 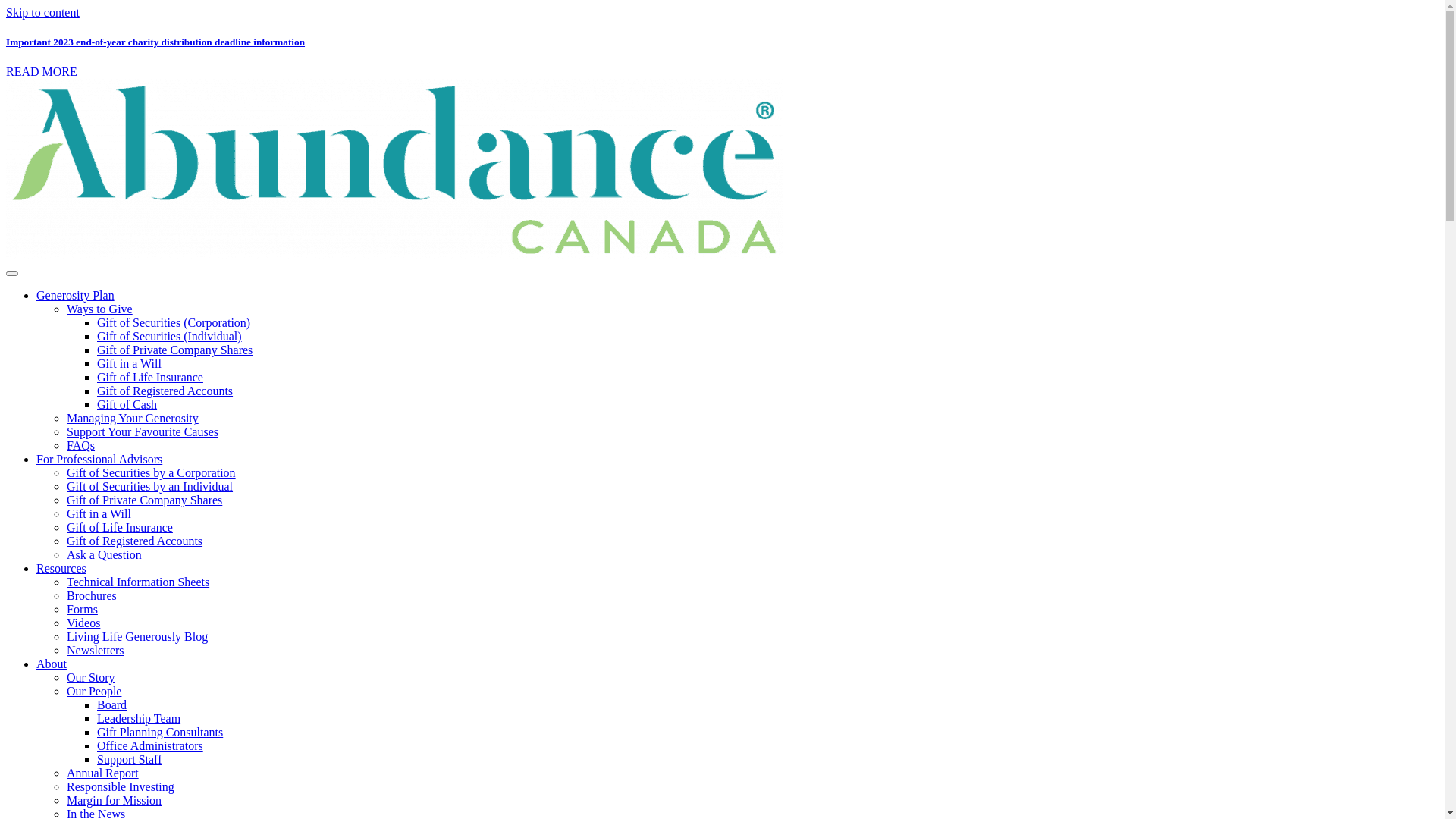 What do you see at coordinates (119, 786) in the screenshot?
I see `'Responsible Investing'` at bounding box center [119, 786].